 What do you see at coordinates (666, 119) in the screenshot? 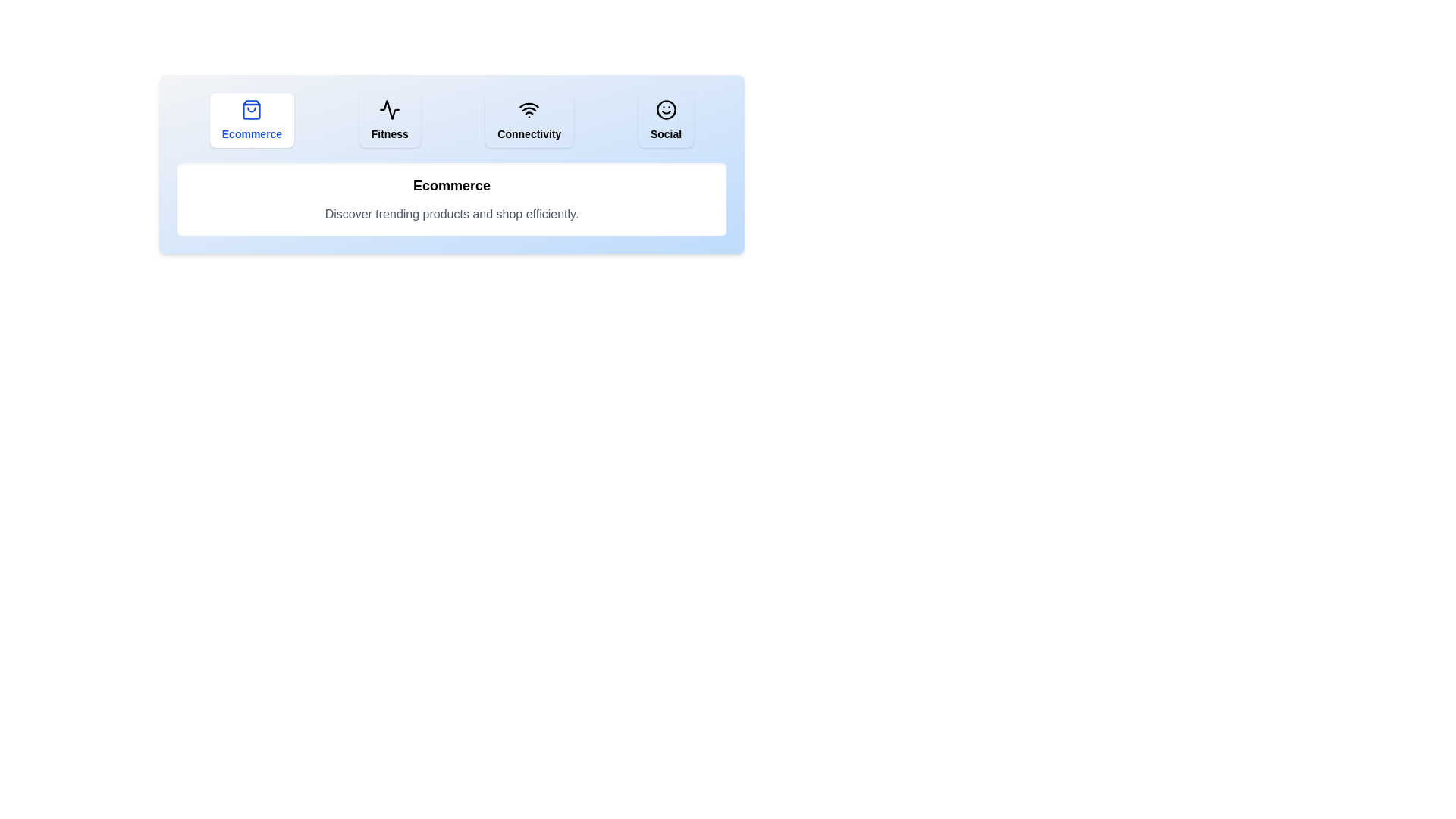
I see `the tab labeled Social to observe its hover effect` at bounding box center [666, 119].